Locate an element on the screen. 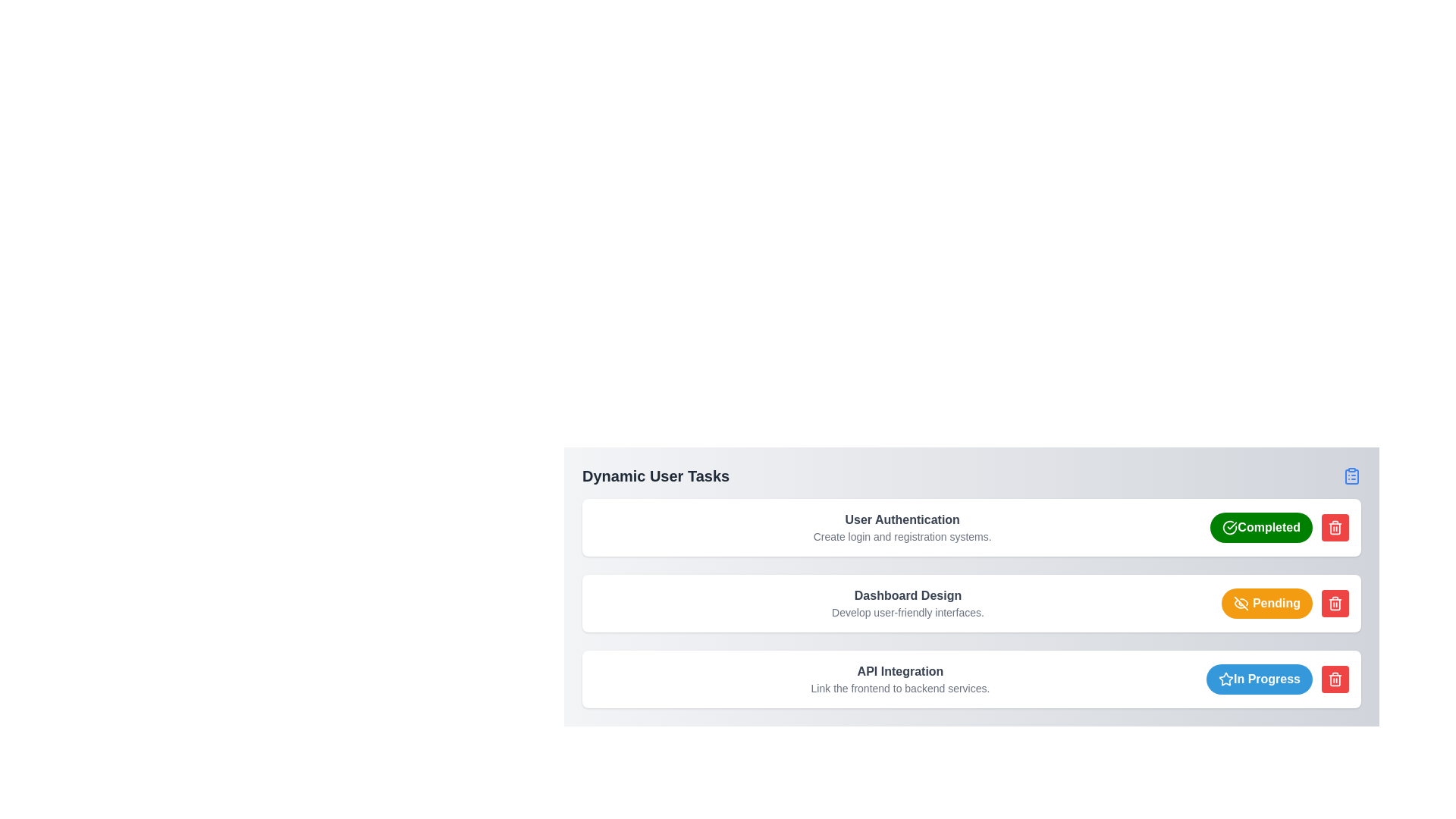 The height and width of the screenshot is (819, 1456). the Status indicator button representing 'Pending' for the task 'Dashboard Design', located on the right-hand side of the second row in the task list is located at coordinates (1266, 602).